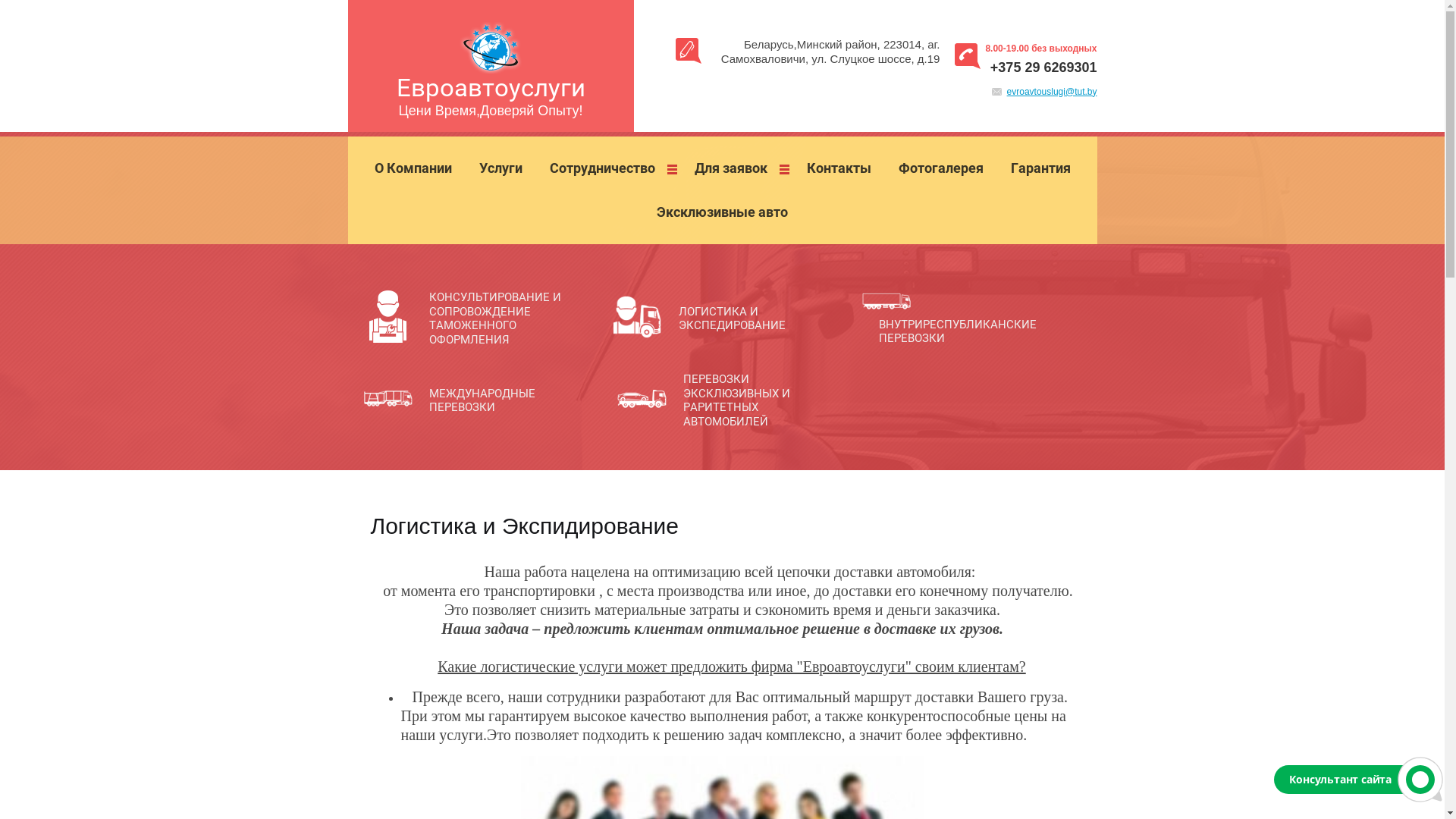 This screenshot has height=819, width=1456. Describe the element at coordinates (1043, 66) in the screenshot. I see `'+375 29 6269301'` at that location.